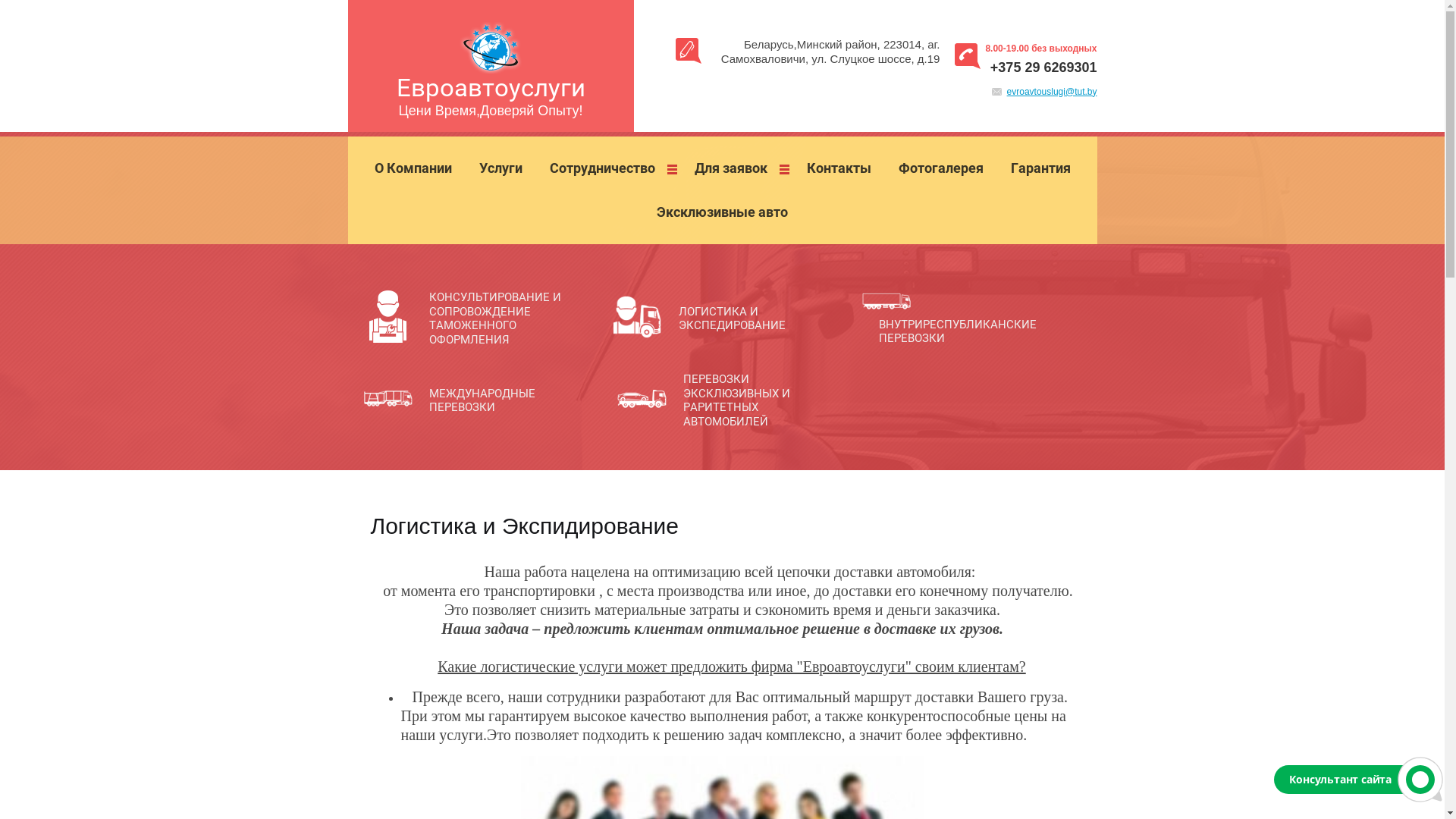 This screenshot has height=819, width=1456. Describe the element at coordinates (1043, 66) in the screenshot. I see `'+375 29 6269301'` at that location.